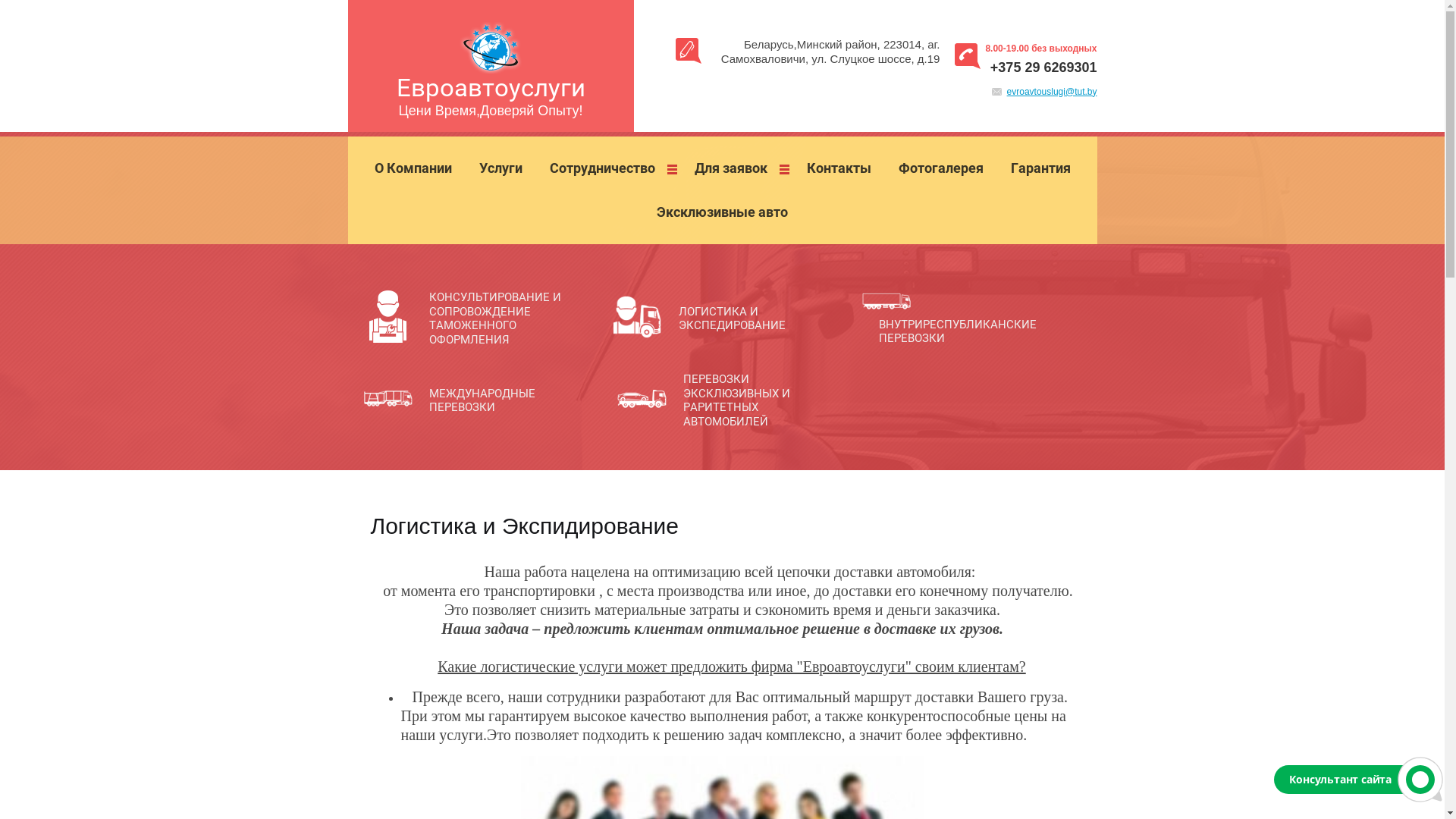 This screenshot has height=819, width=1456. Describe the element at coordinates (1043, 66) in the screenshot. I see `'+375 29 6269301'` at that location.